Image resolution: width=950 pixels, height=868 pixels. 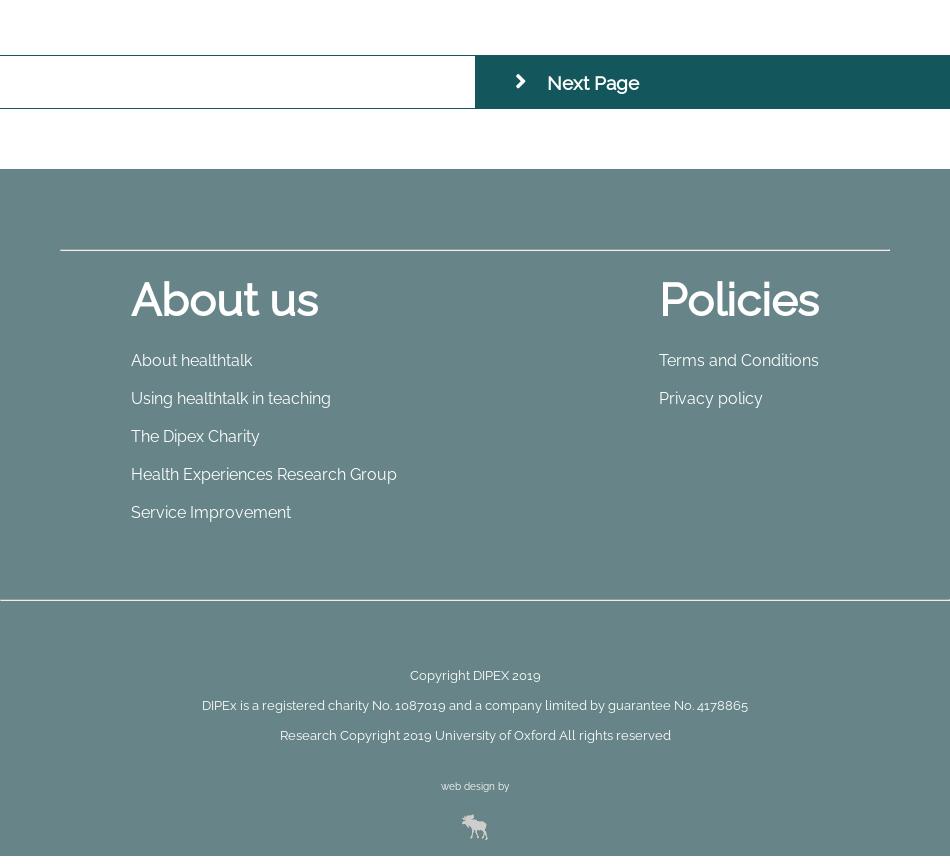 I want to click on 'Policies', so click(x=738, y=299).